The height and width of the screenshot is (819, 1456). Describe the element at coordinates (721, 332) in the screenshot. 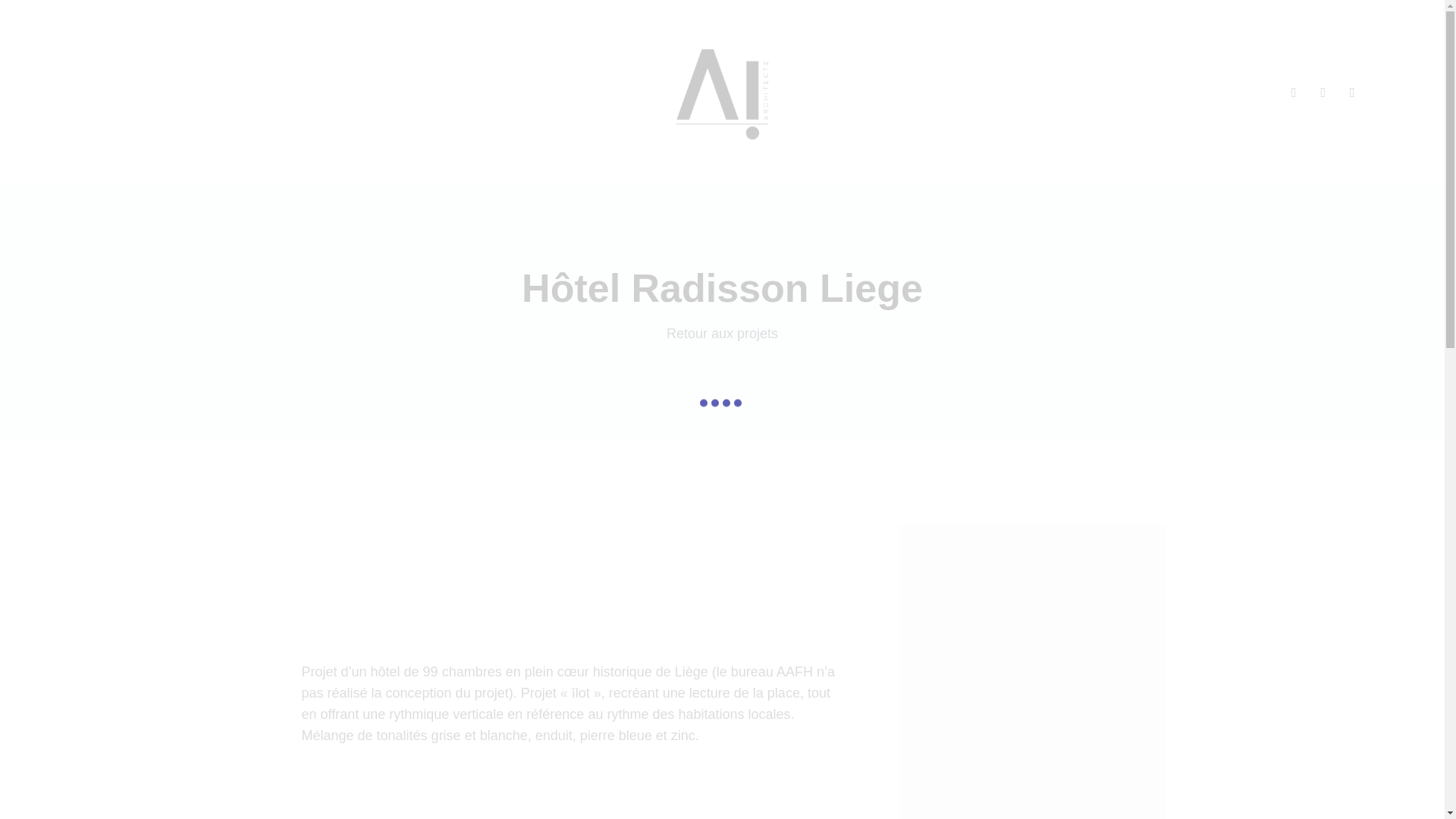

I see `'Retour aux projets'` at that location.